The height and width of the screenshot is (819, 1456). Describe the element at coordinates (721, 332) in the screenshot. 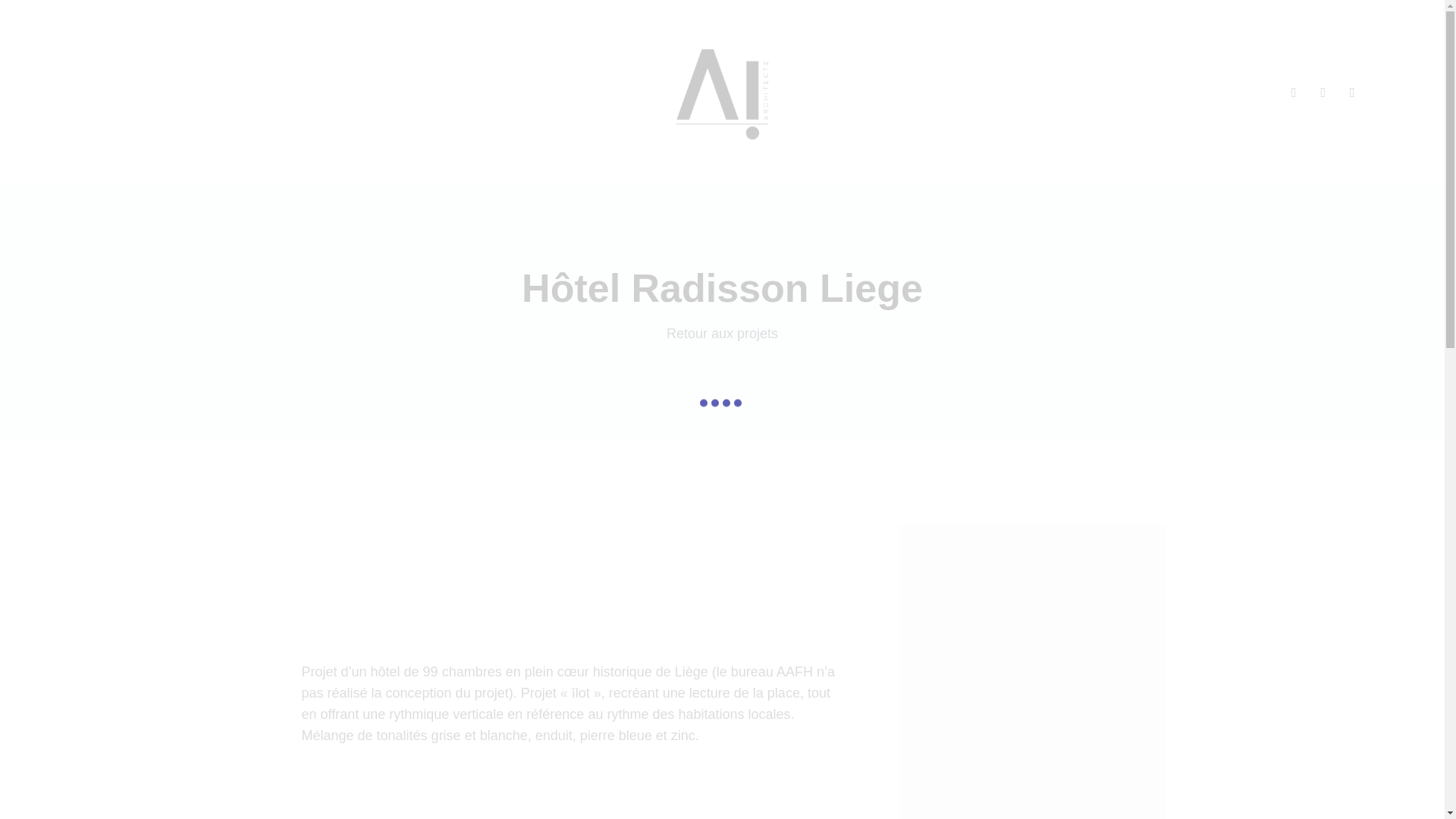

I see `'Retour aux projets'` at that location.